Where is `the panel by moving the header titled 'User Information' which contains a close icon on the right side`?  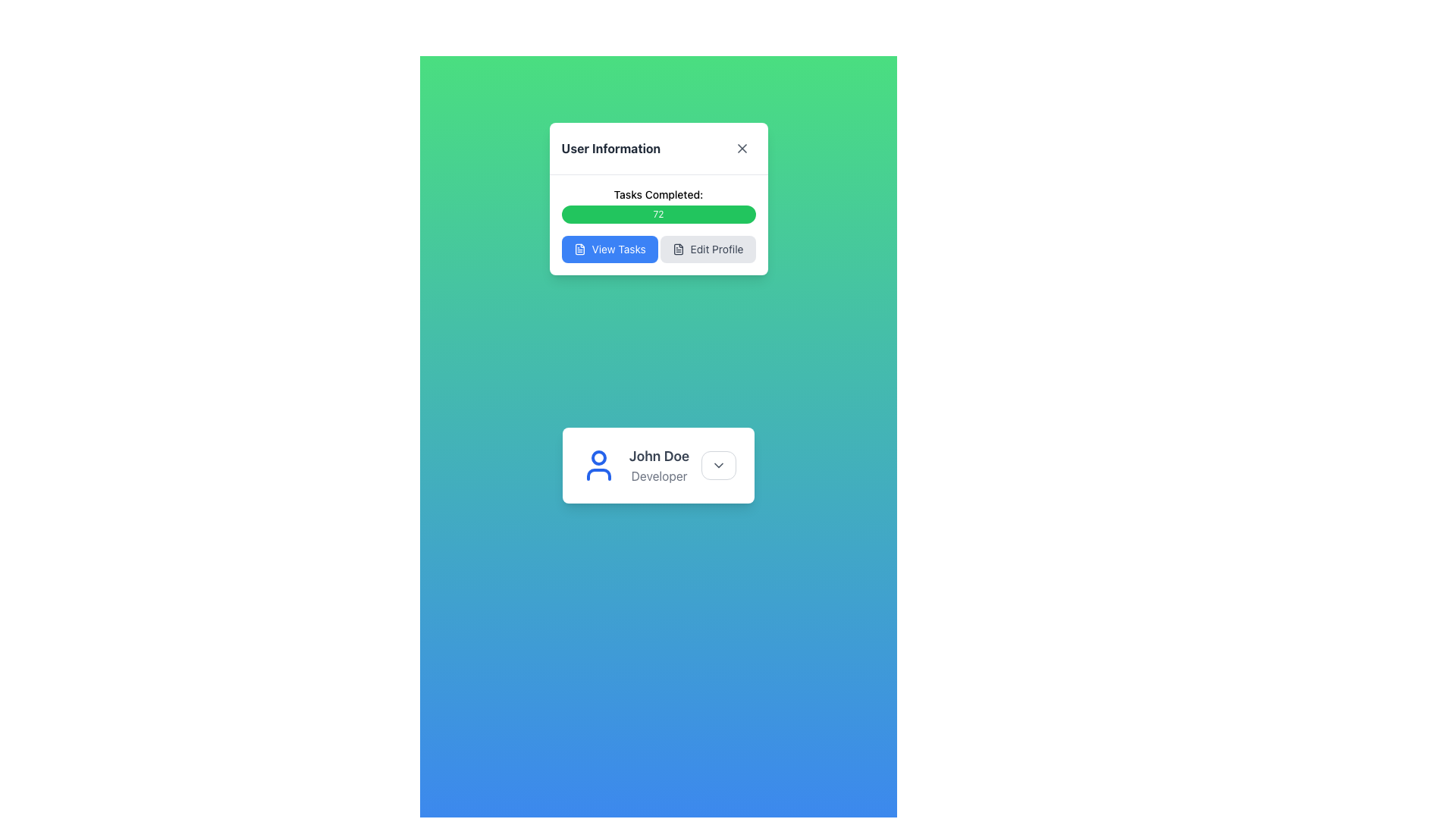
the panel by moving the header titled 'User Information' which contains a close icon on the right side is located at coordinates (658, 149).